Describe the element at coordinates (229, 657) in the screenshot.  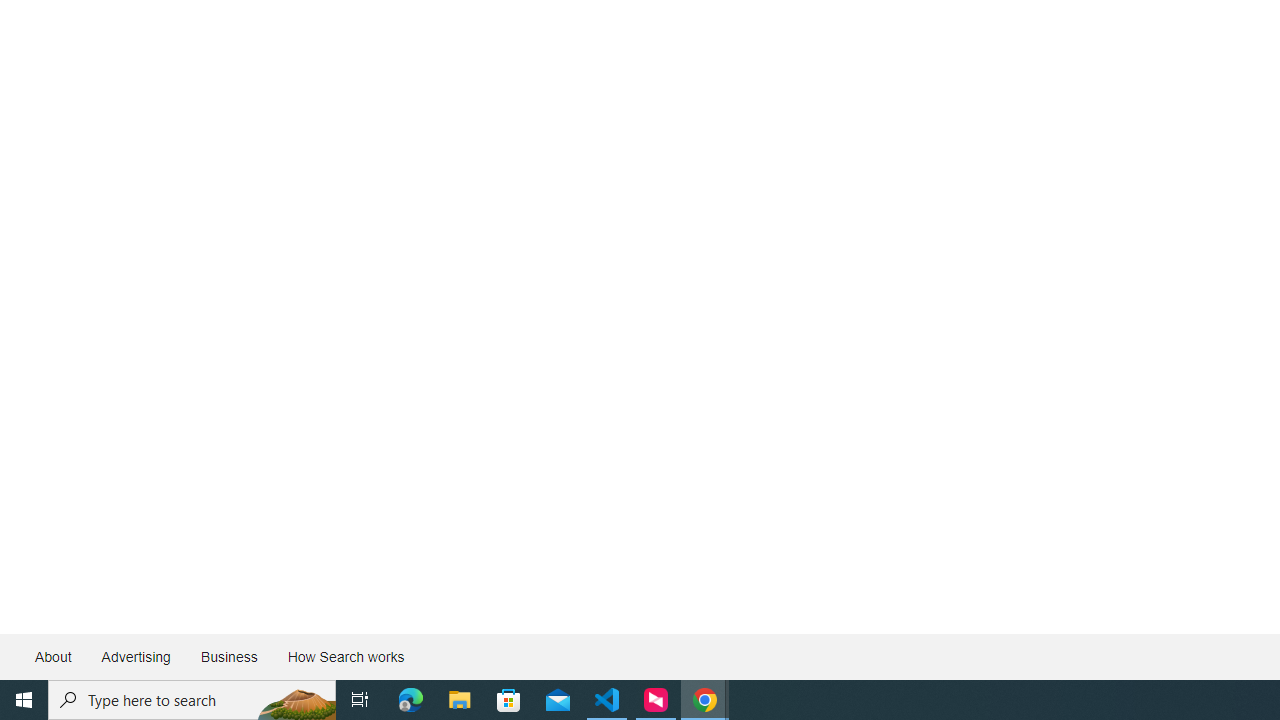
I see `'Business'` at that location.